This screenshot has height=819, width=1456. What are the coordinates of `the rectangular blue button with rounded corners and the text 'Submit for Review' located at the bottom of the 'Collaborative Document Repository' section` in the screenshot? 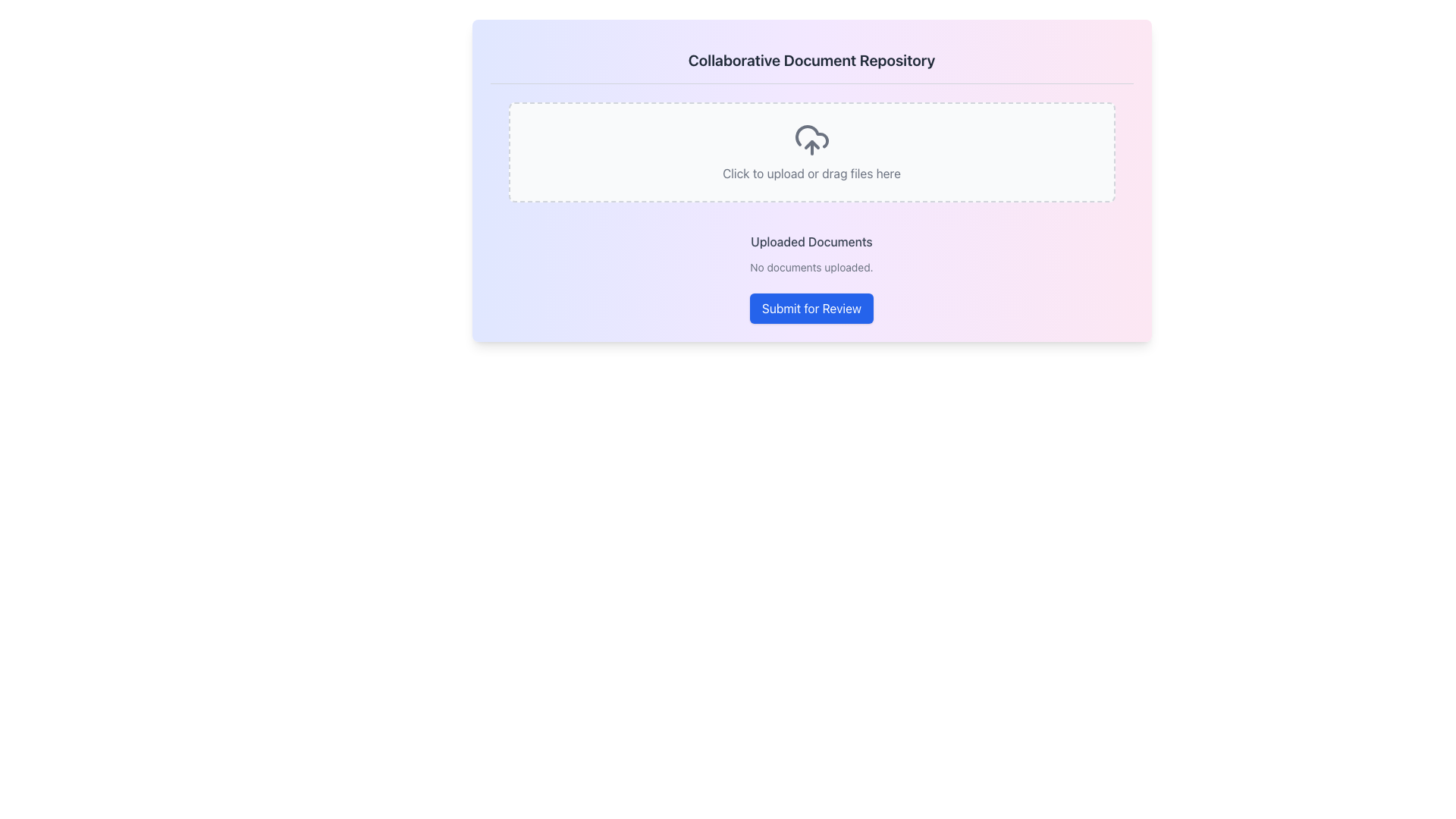 It's located at (811, 308).